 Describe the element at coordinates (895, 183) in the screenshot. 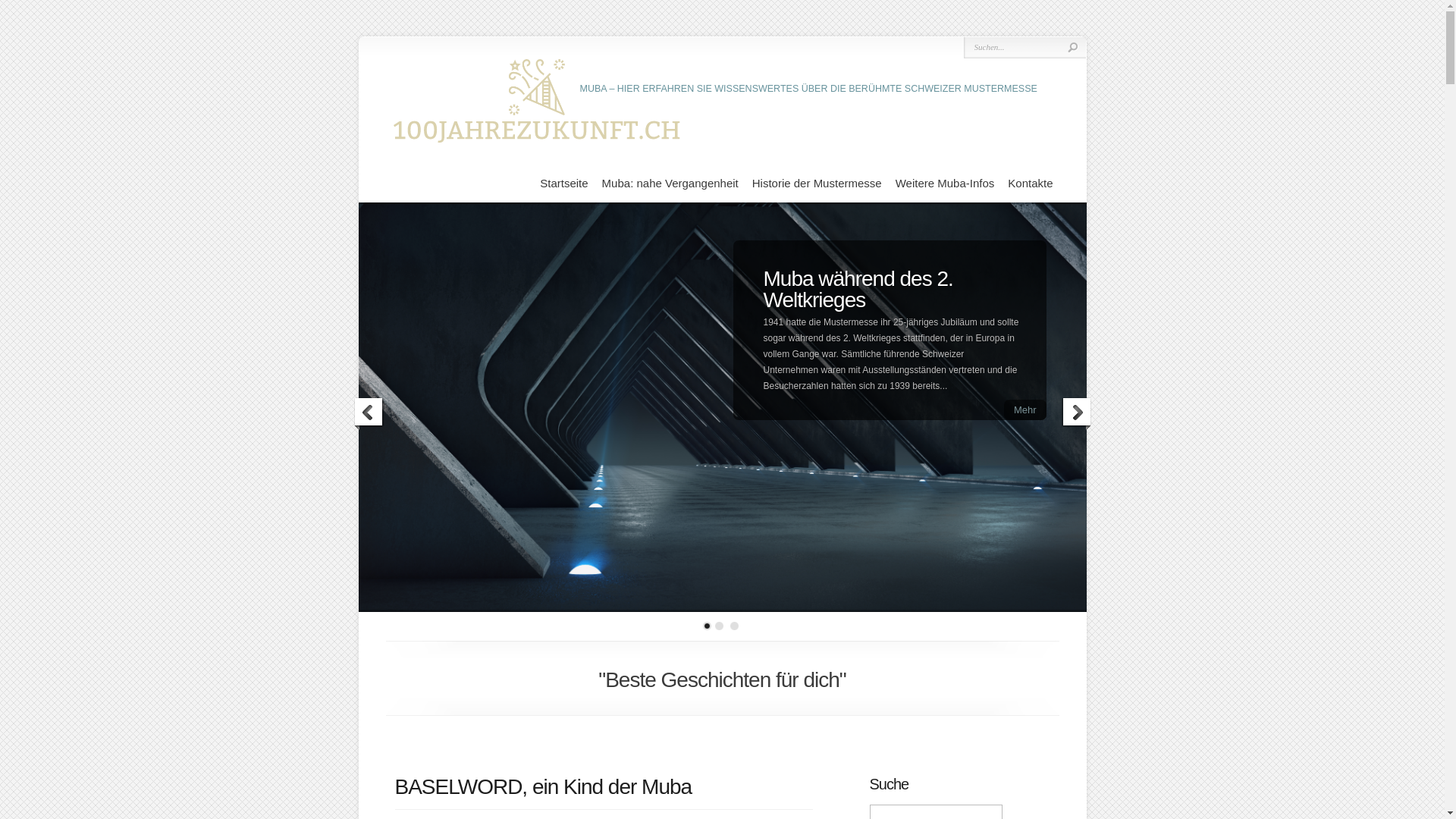

I see `'Weitere Muba-Infos'` at that location.